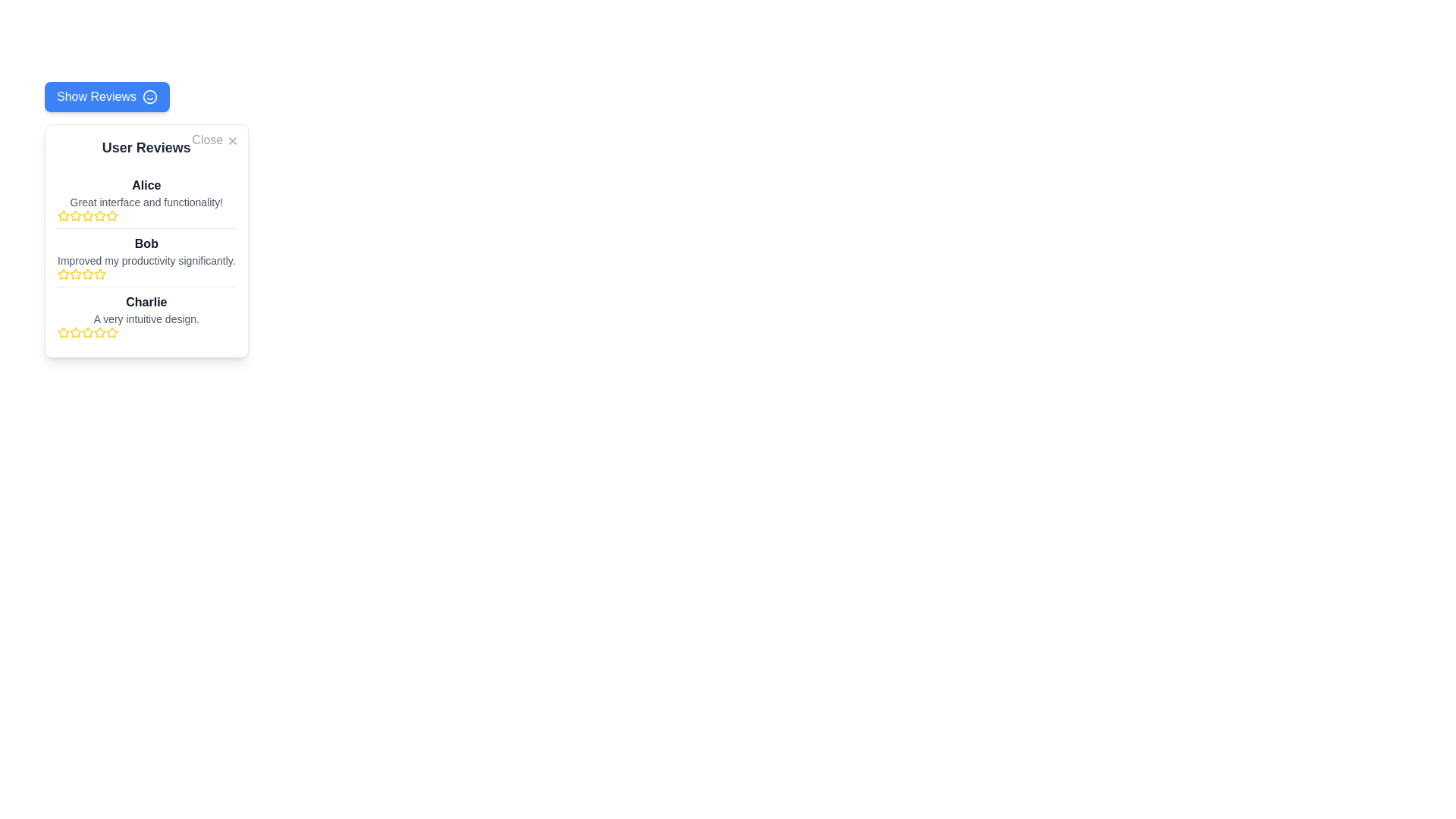  What do you see at coordinates (75, 332) in the screenshot?
I see `second rating star icon for the review from Charlie, located in the 'User Reviews' panel` at bounding box center [75, 332].